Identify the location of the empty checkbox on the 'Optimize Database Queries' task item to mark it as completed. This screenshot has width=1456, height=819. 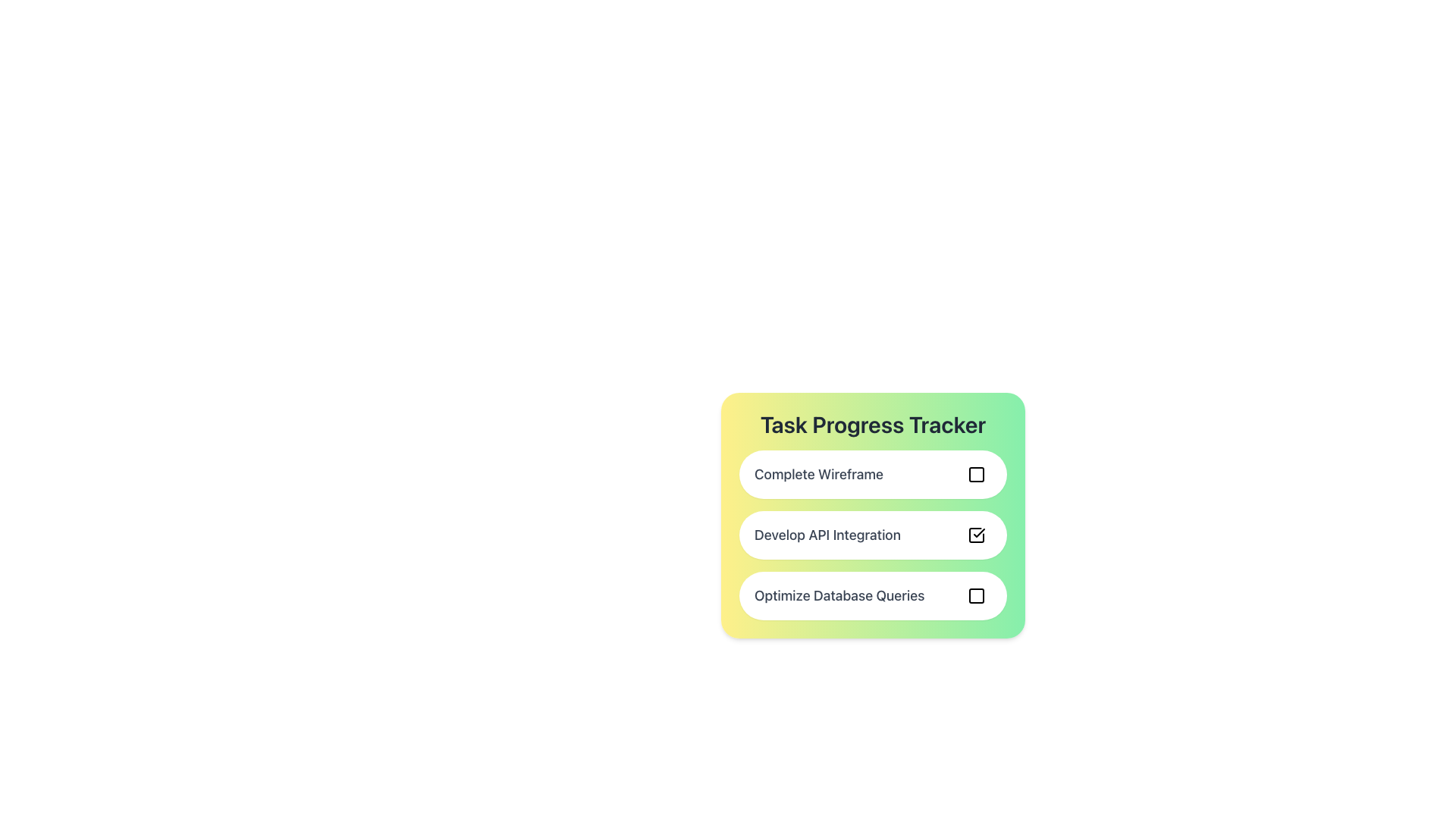
(873, 595).